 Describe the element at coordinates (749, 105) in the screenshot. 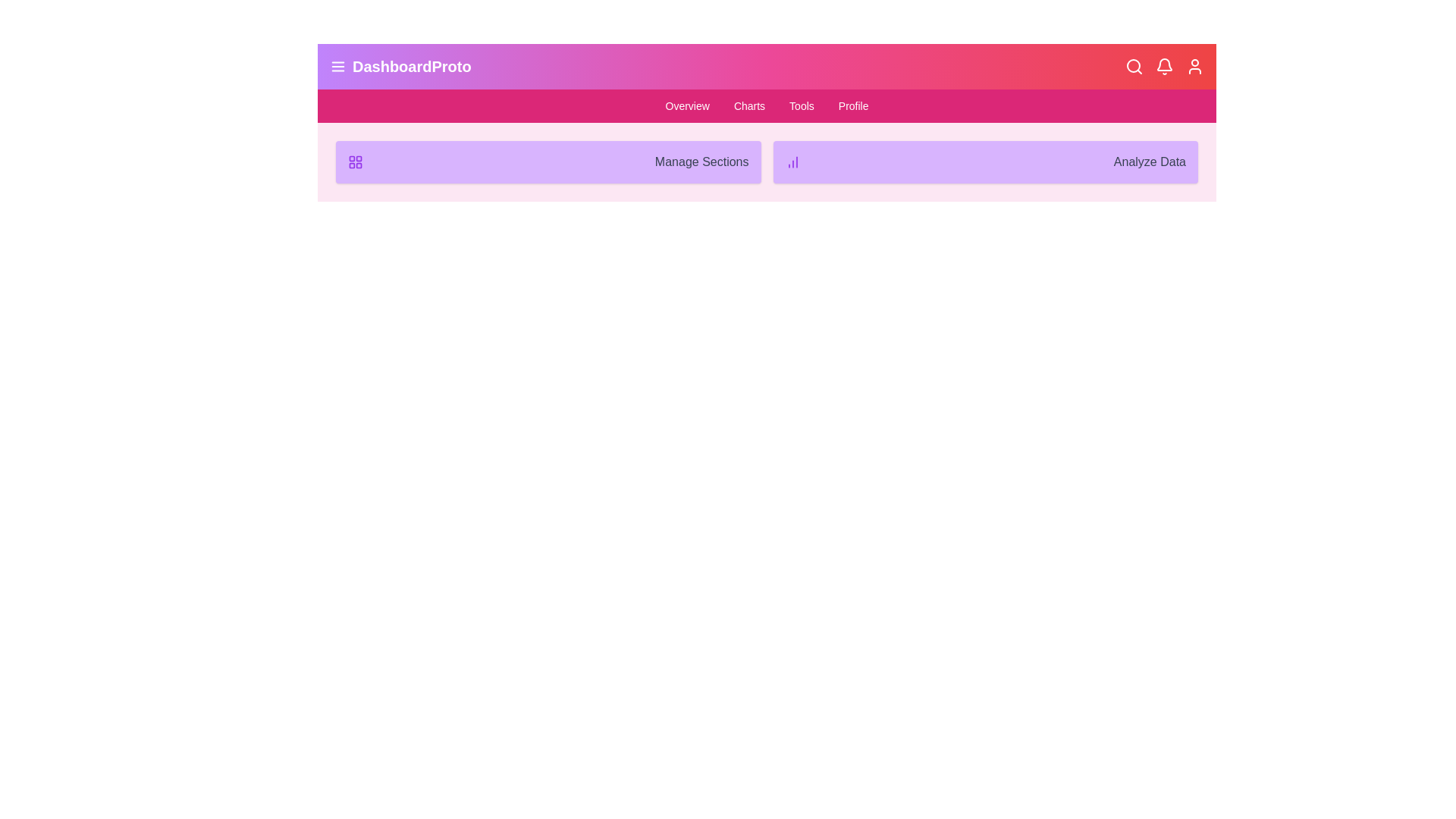

I see `the menu item Charts to navigate to the corresponding section` at that location.